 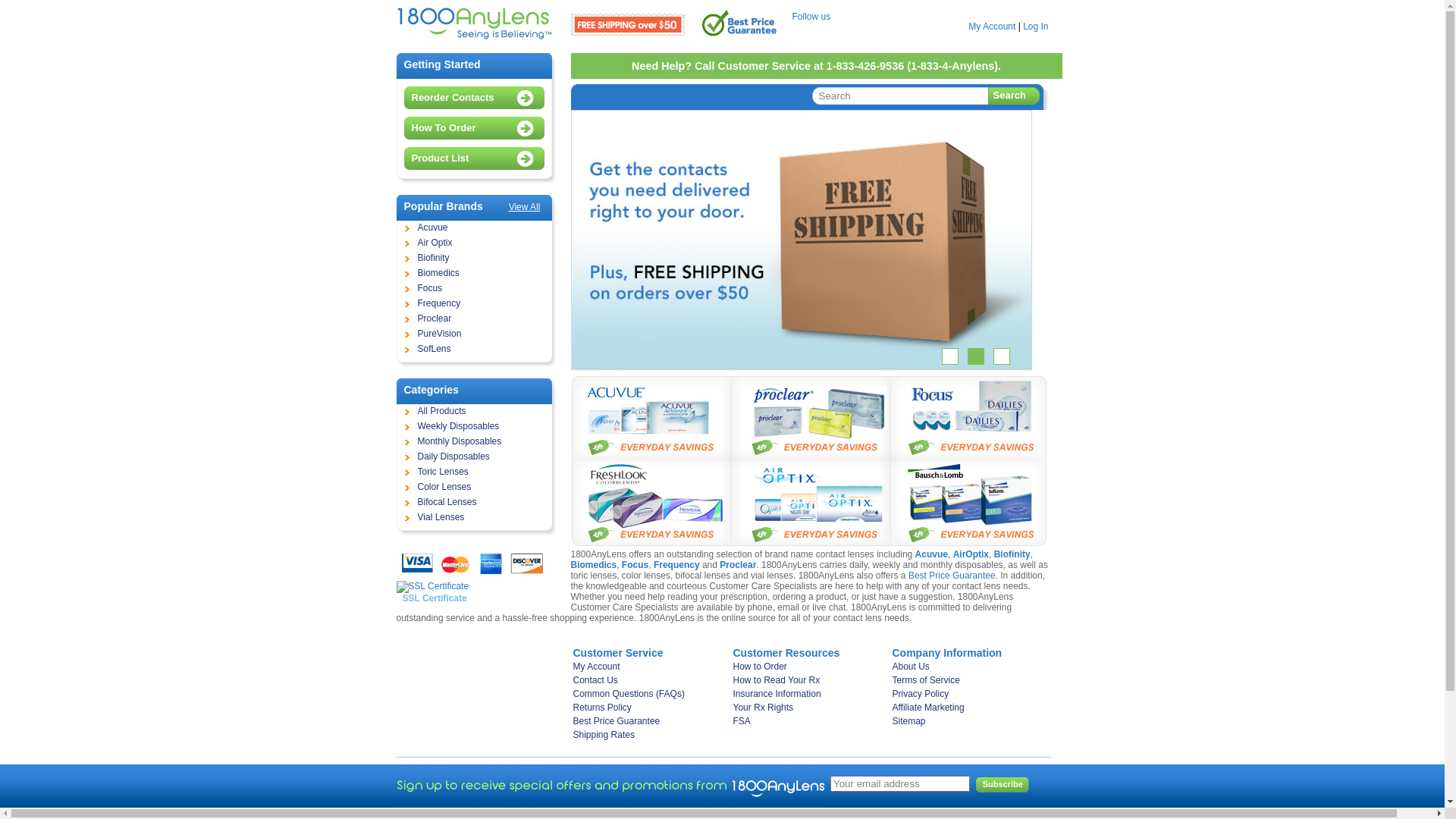 I want to click on 'Insurance Information', so click(x=807, y=693).